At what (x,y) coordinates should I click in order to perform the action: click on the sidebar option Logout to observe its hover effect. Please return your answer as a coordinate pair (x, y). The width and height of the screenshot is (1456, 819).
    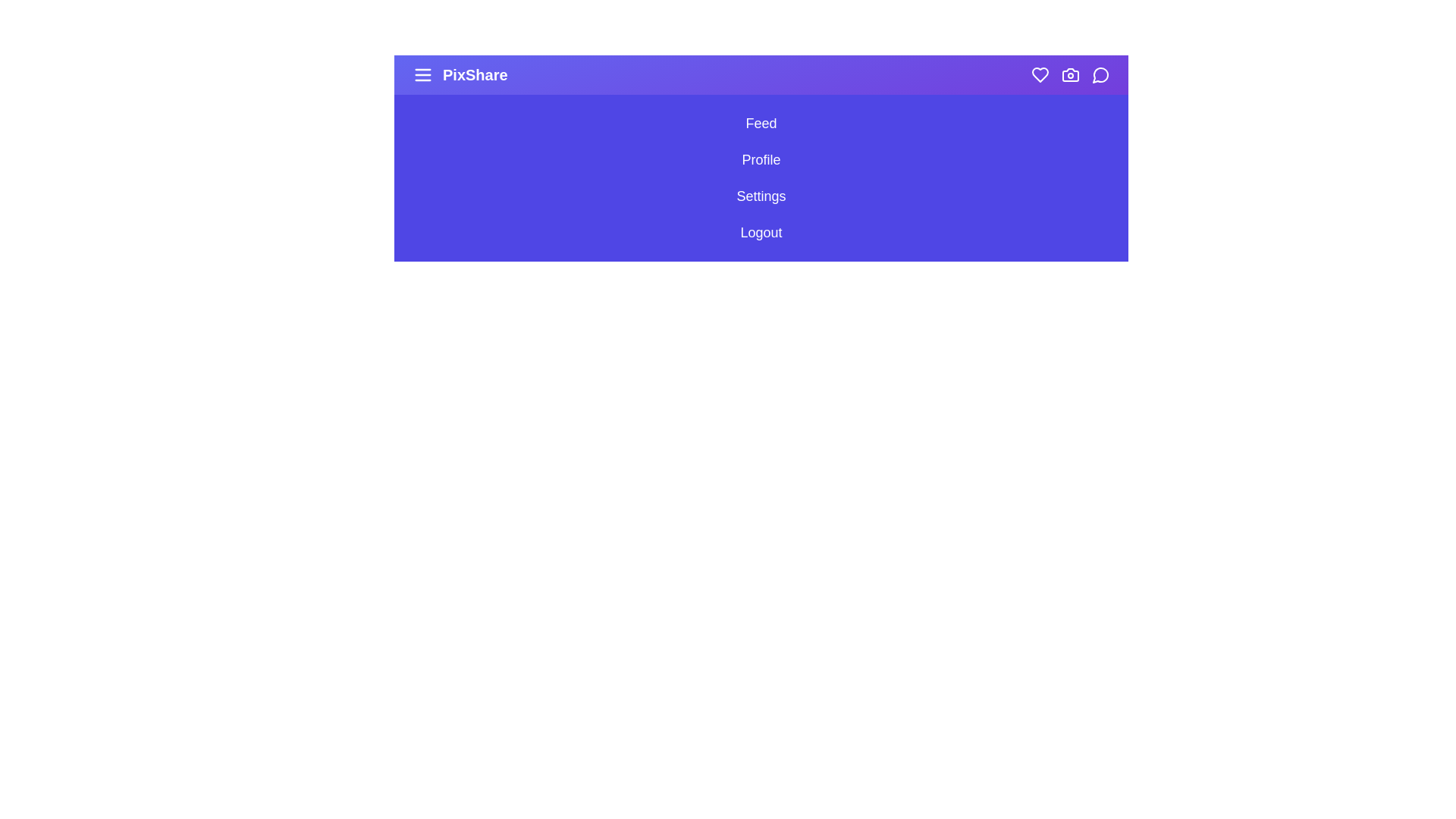
    Looking at the image, I should click on (761, 233).